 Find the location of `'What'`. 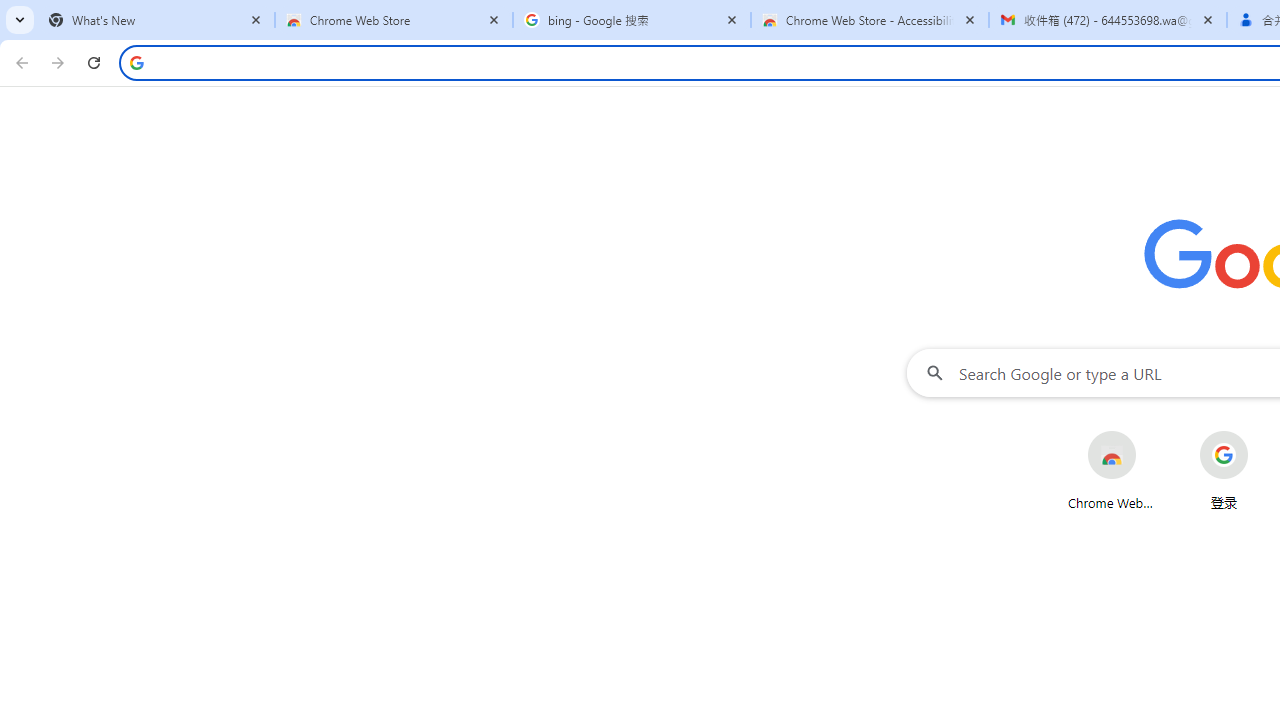

'What' is located at coordinates (155, 20).